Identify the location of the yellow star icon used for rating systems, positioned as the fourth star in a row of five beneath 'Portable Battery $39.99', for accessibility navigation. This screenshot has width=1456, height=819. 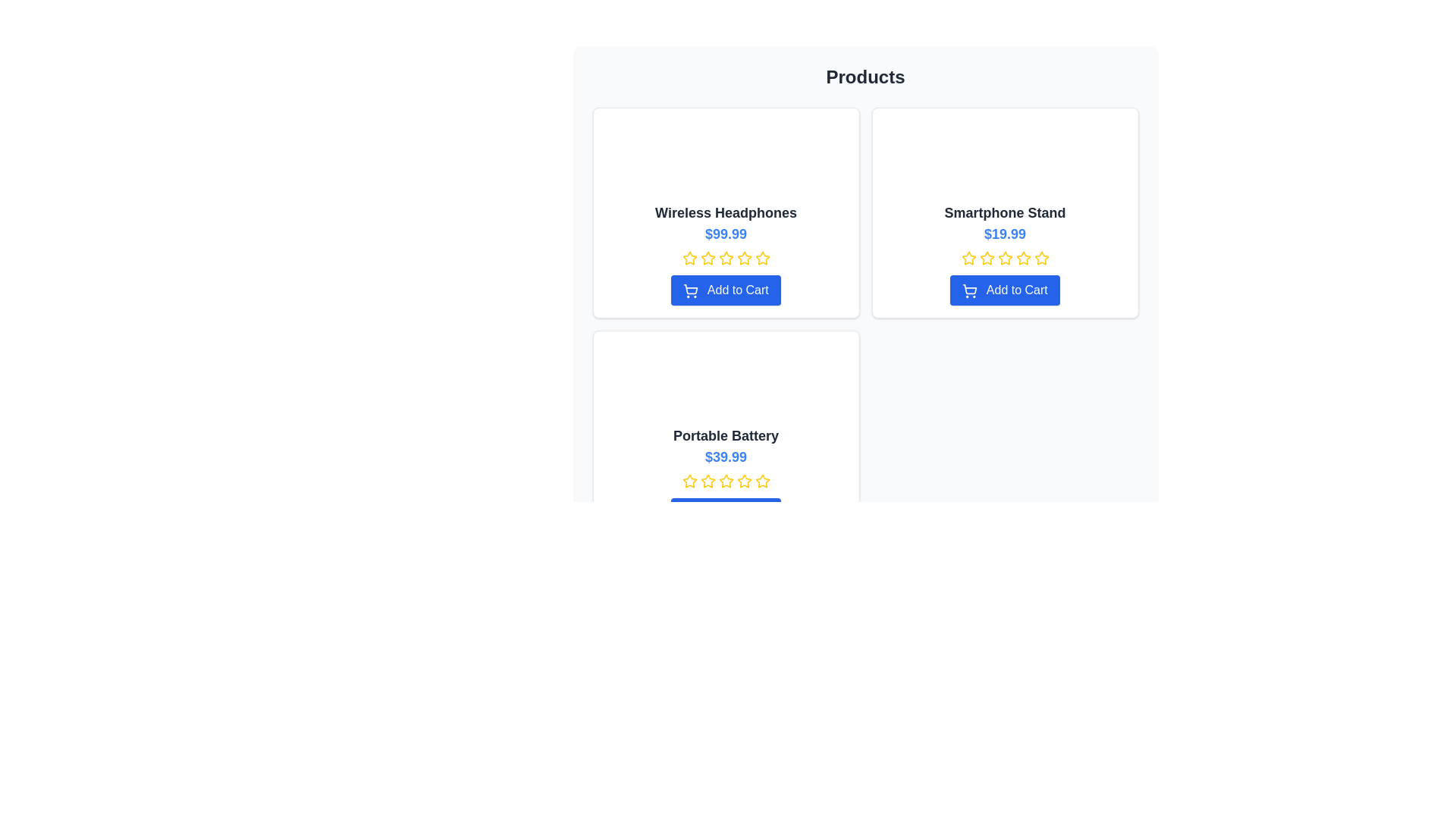
(725, 482).